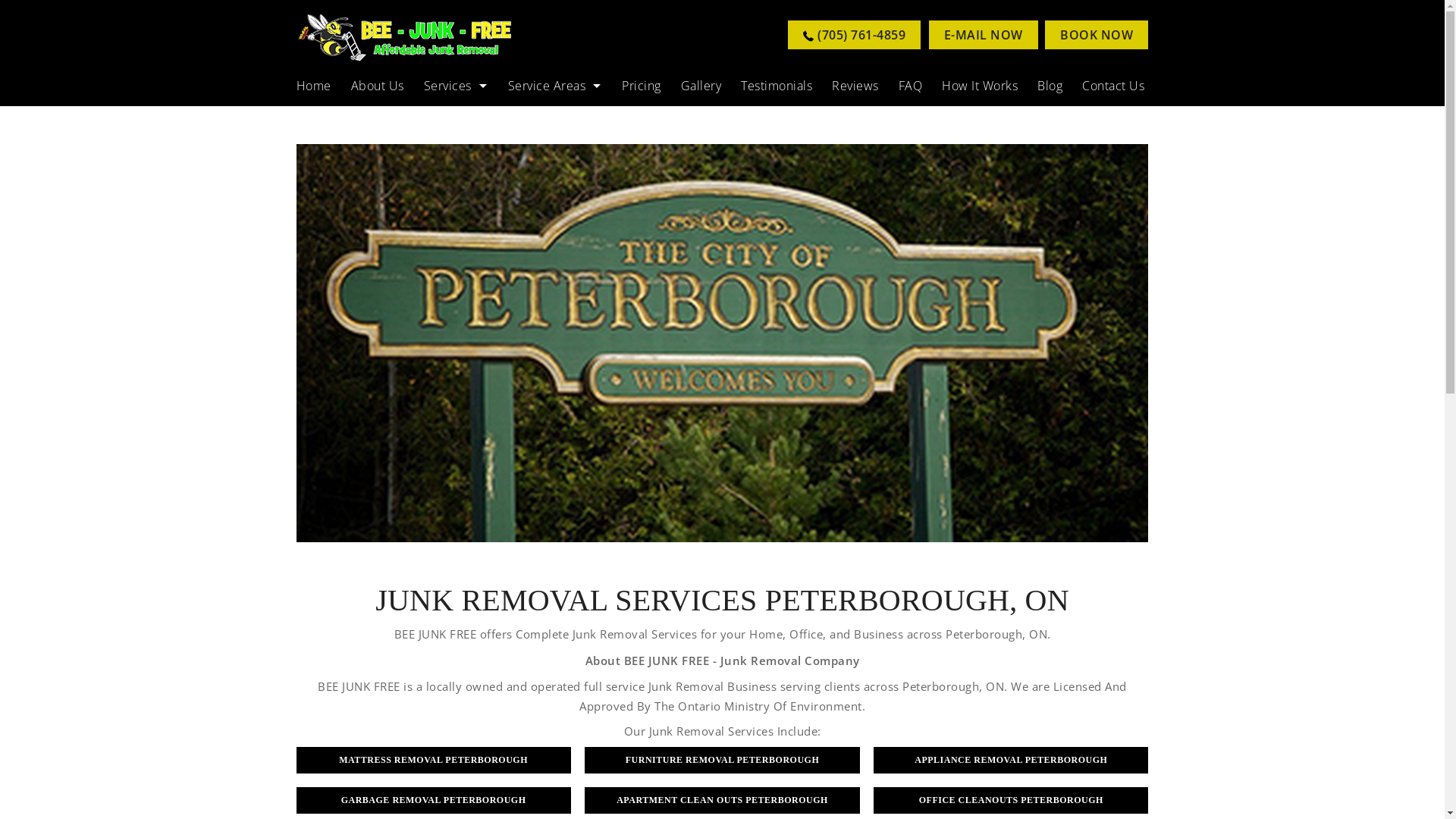 The height and width of the screenshot is (819, 1456). I want to click on 'Gallery', so click(701, 86).